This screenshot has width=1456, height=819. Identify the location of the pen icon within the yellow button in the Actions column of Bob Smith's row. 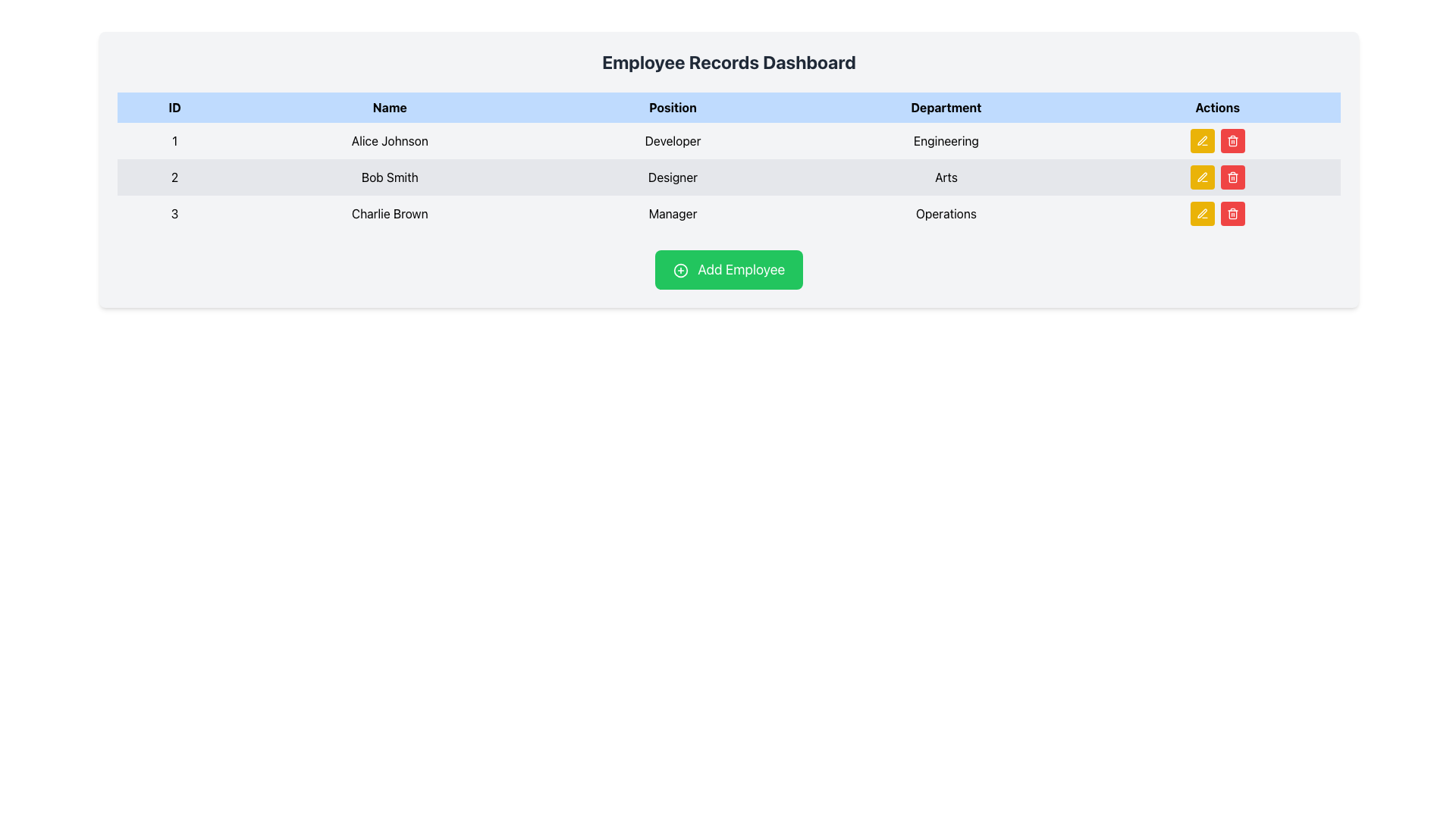
(1201, 177).